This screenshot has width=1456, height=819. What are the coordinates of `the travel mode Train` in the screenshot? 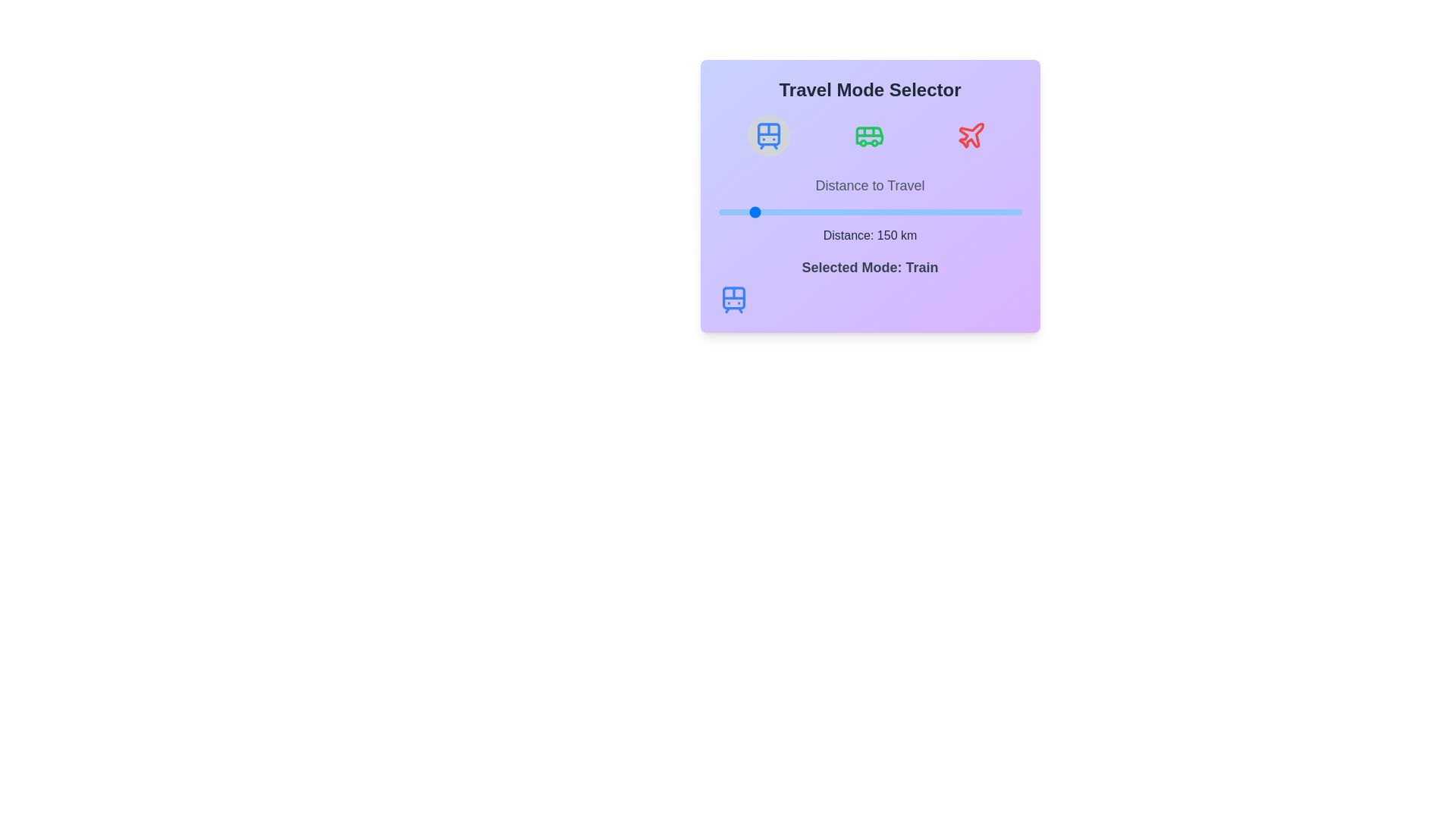 It's located at (768, 134).